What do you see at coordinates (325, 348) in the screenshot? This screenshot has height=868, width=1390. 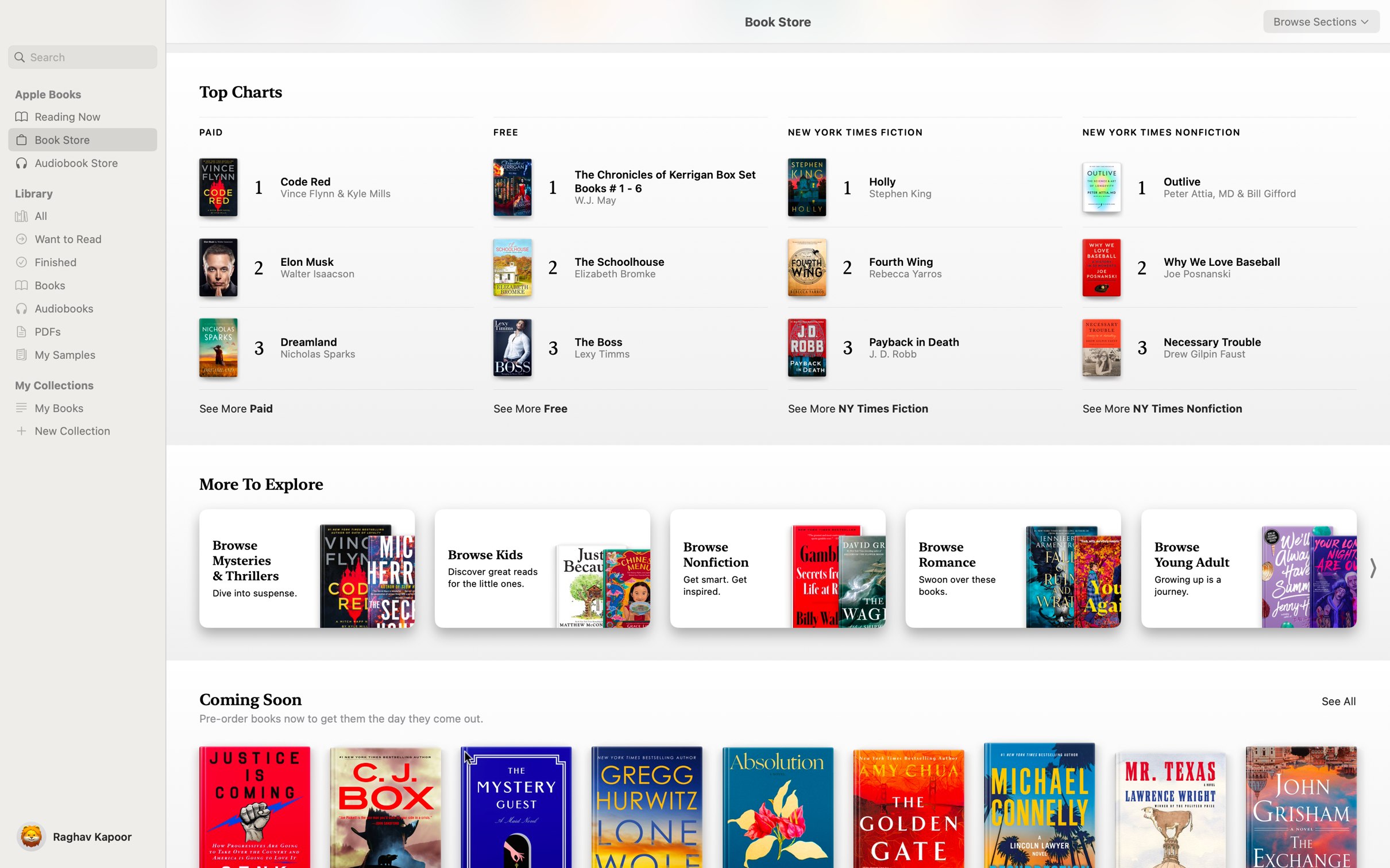 I see `reading of "Dreamland" from Bestseller paid charts` at bounding box center [325, 348].